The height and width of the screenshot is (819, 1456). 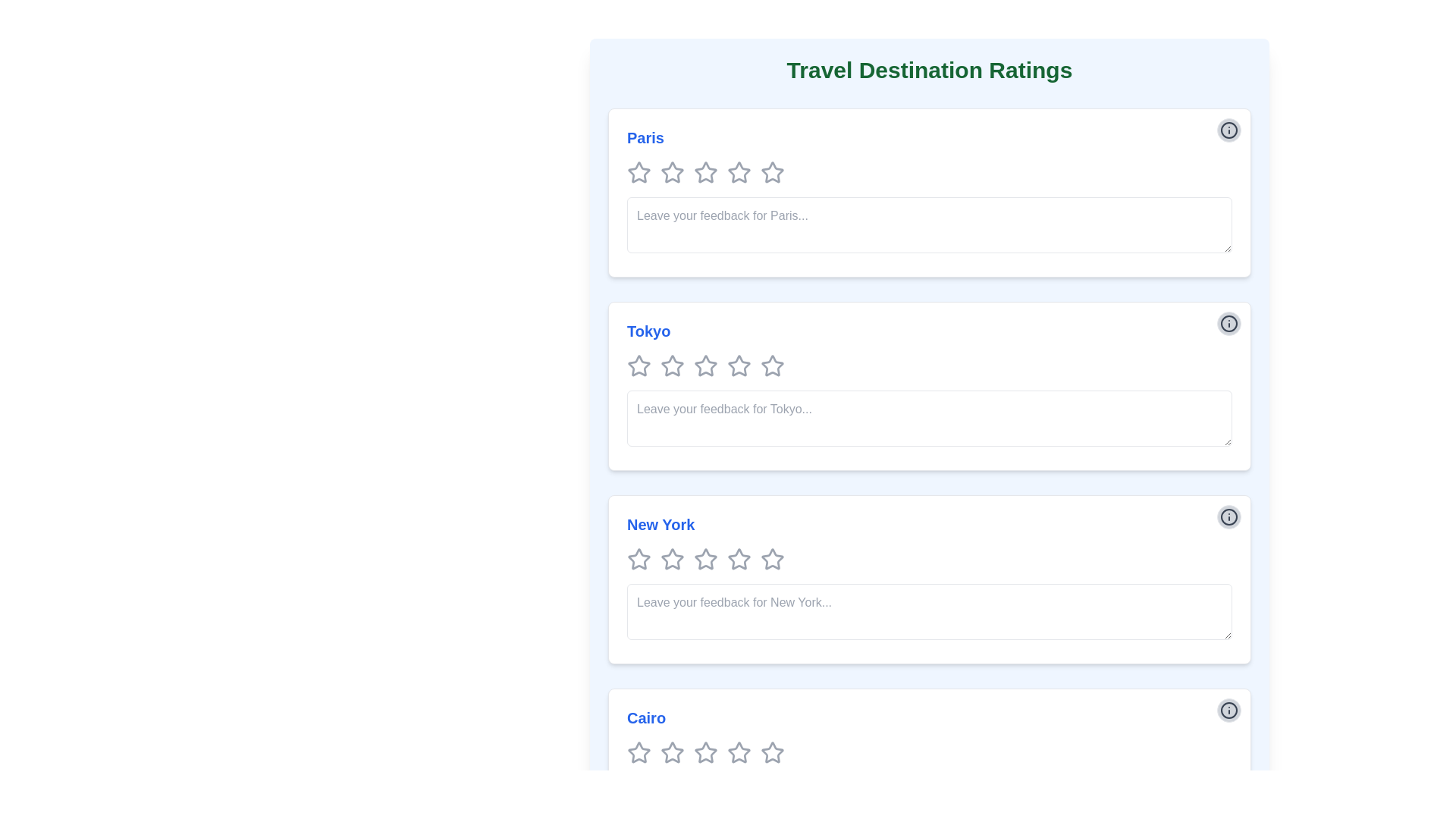 I want to click on the second star icon in the rating section for 'Paris', so click(x=672, y=171).